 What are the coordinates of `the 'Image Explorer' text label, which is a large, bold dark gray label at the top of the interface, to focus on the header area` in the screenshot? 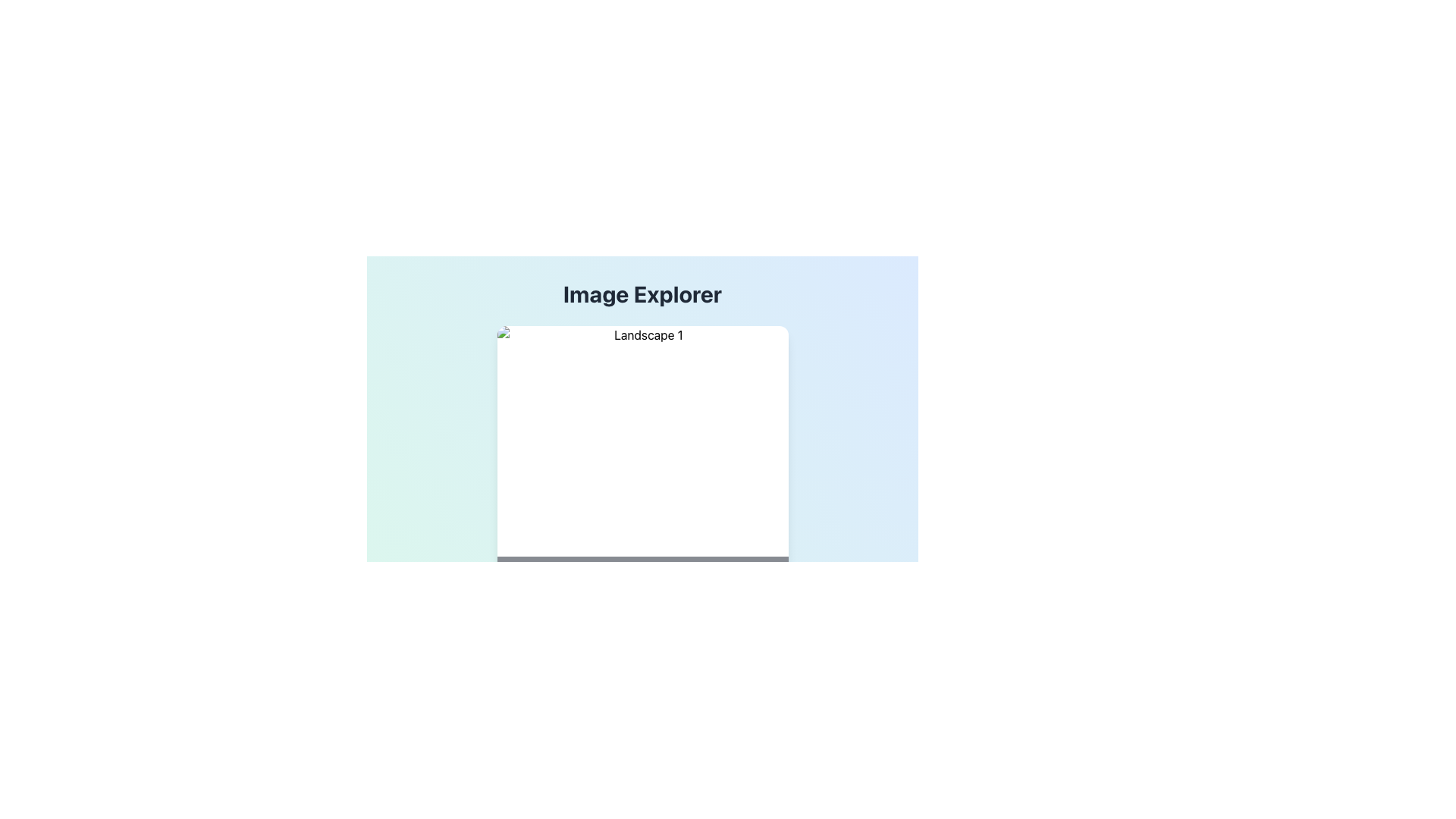 It's located at (642, 294).